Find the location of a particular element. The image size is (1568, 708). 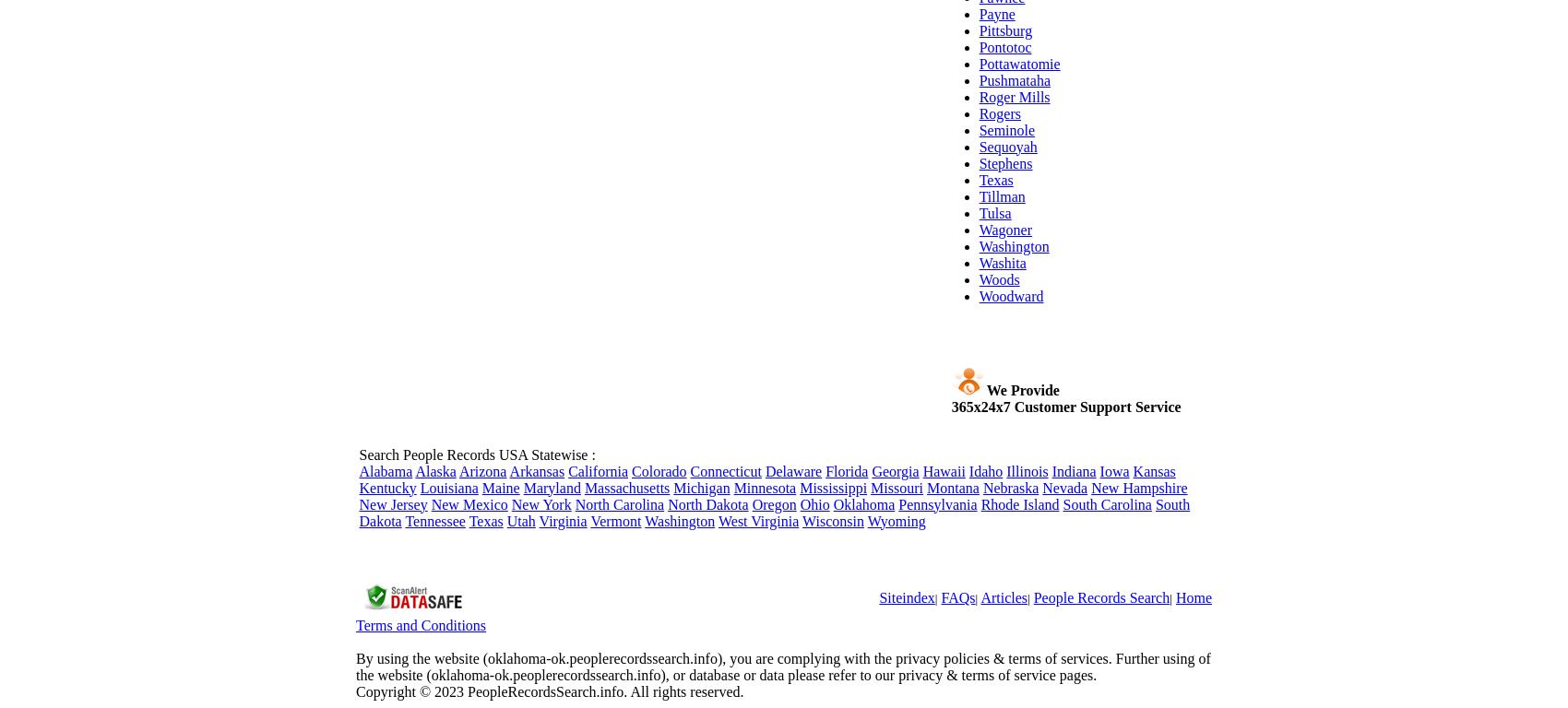

'Missouri' is located at coordinates (896, 486).